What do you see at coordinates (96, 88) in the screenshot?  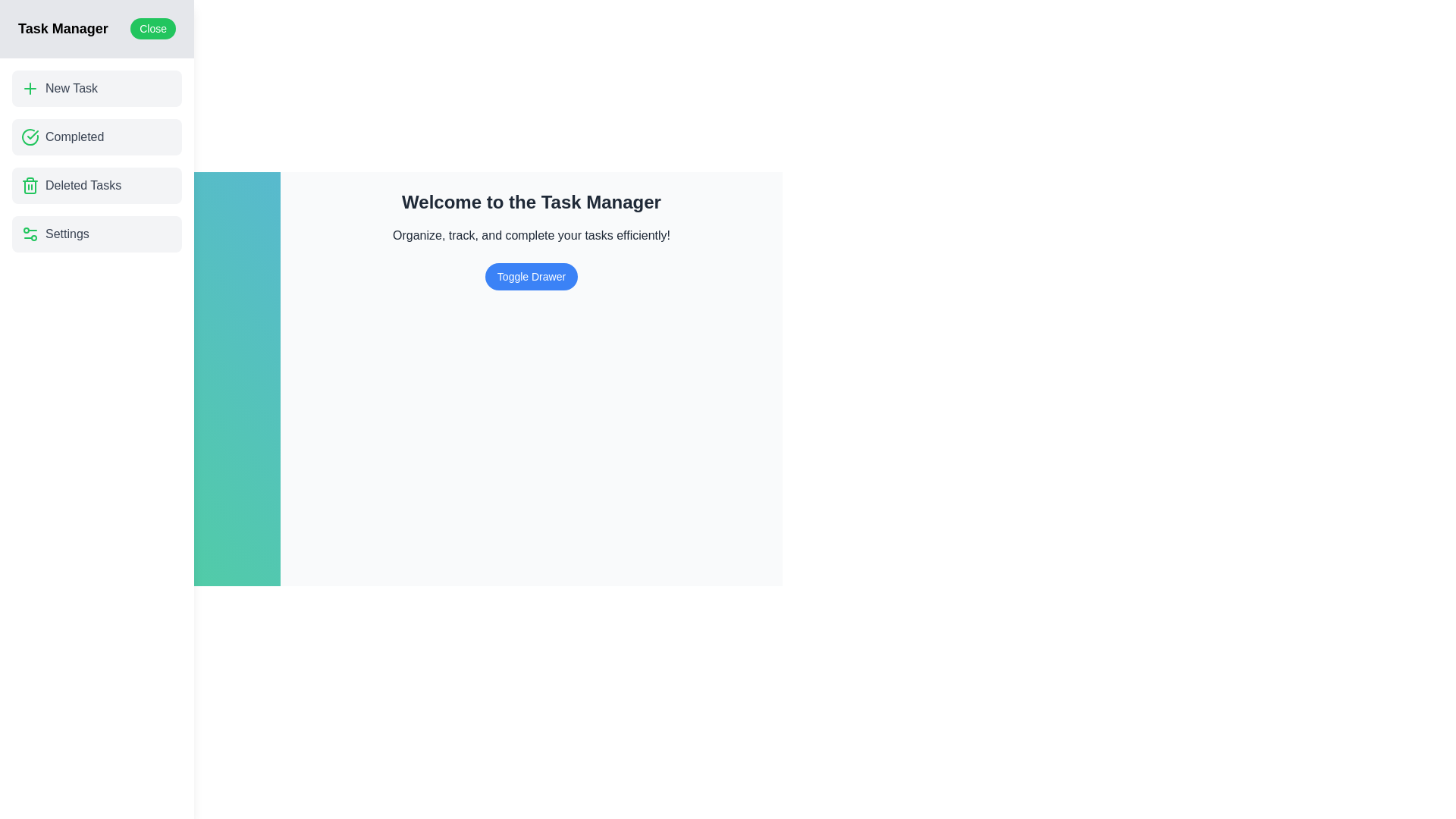 I see `the item New Task from the drawer menu` at bounding box center [96, 88].